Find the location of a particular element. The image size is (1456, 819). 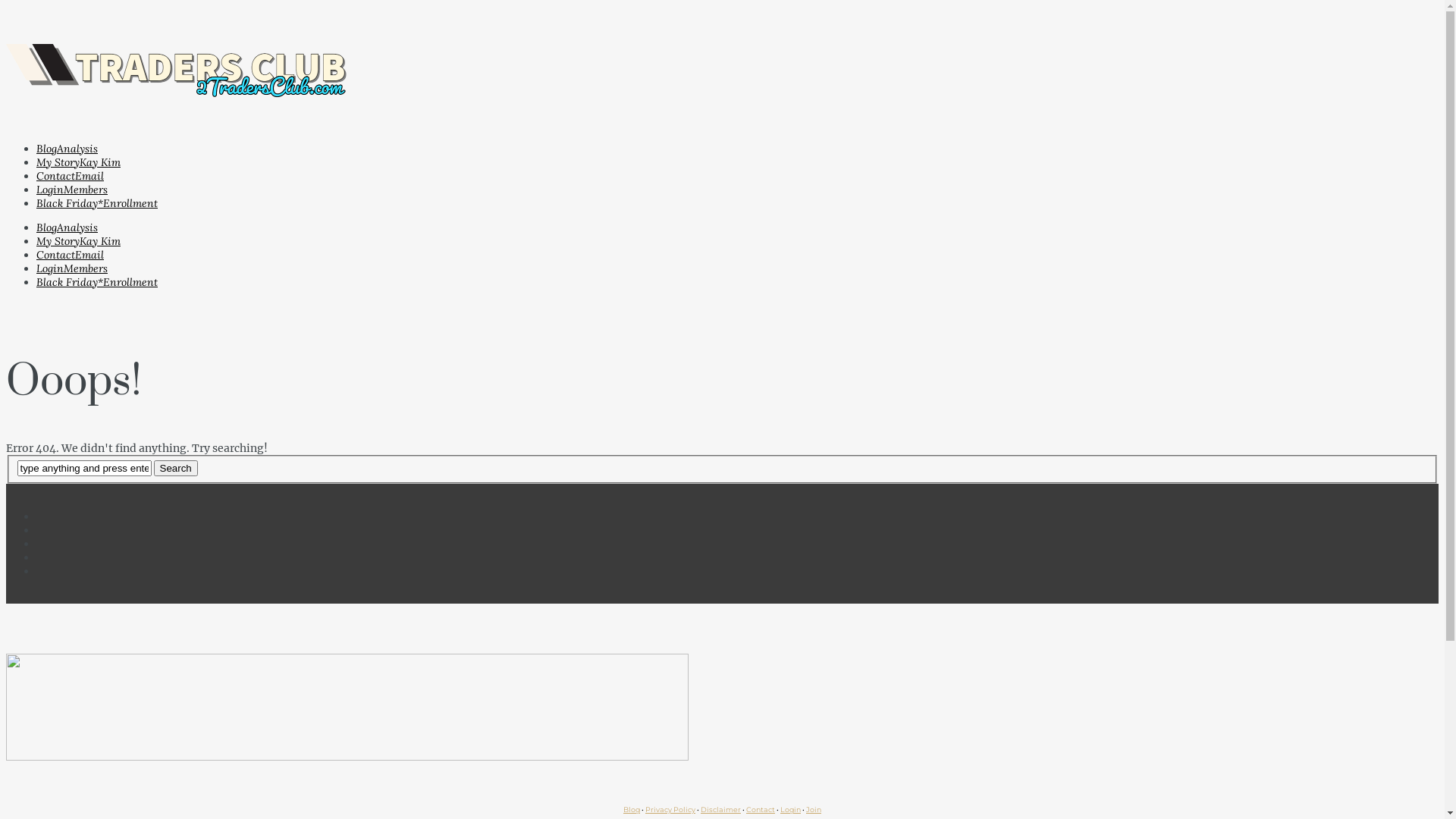

'Logi' is located at coordinates (780, 808).